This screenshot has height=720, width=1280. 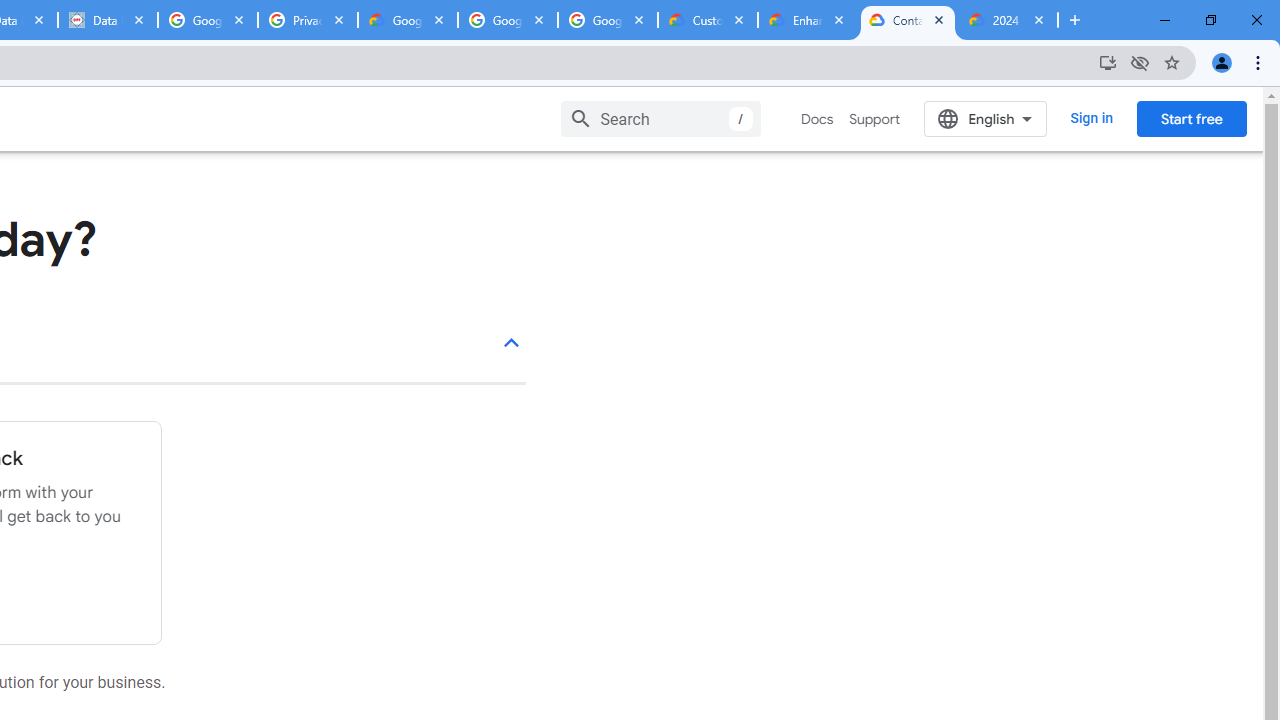 What do you see at coordinates (1106, 61) in the screenshot?
I see `'Install Google Cloud'` at bounding box center [1106, 61].